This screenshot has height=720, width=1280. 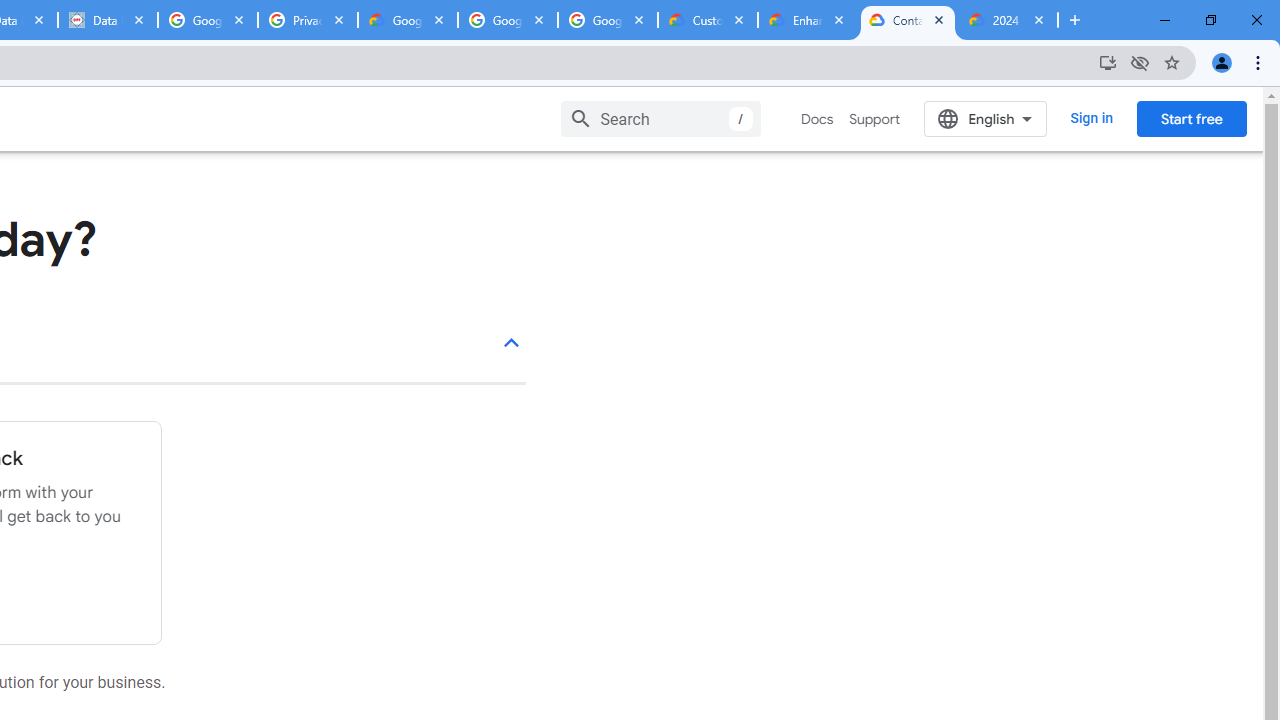 What do you see at coordinates (1106, 61) in the screenshot?
I see `'Install Google Cloud'` at bounding box center [1106, 61].